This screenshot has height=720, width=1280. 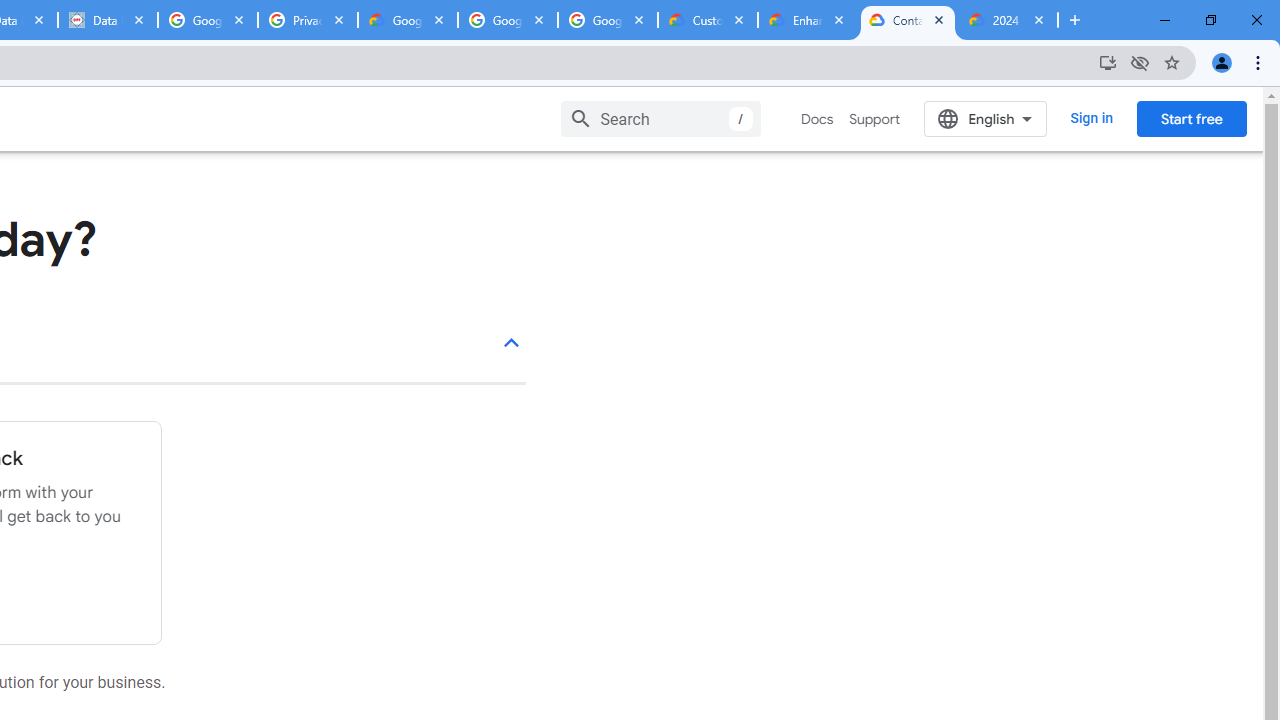 What do you see at coordinates (1106, 61) in the screenshot?
I see `'Install Google Cloud'` at bounding box center [1106, 61].